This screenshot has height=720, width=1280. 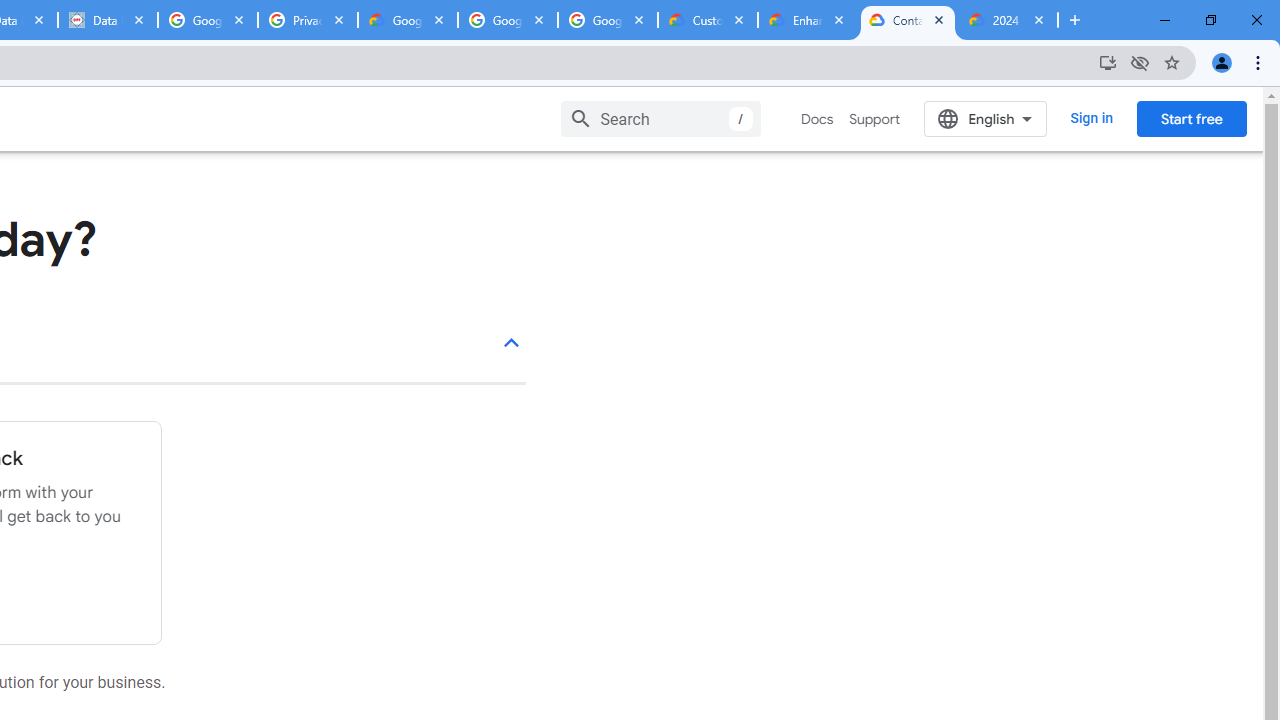 What do you see at coordinates (1106, 61) in the screenshot?
I see `'Install Google Cloud'` at bounding box center [1106, 61].